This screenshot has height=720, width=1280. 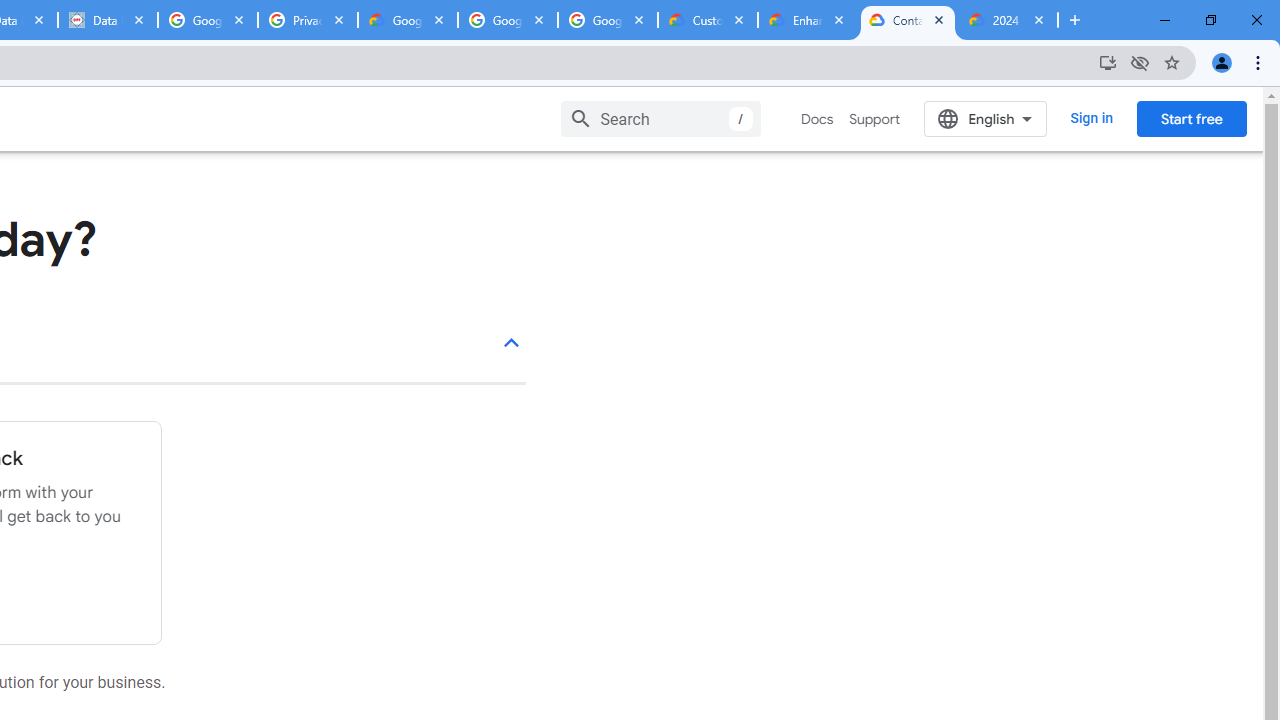 What do you see at coordinates (1106, 61) in the screenshot?
I see `'Install Google Cloud'` at bounding box center [1106, 61].